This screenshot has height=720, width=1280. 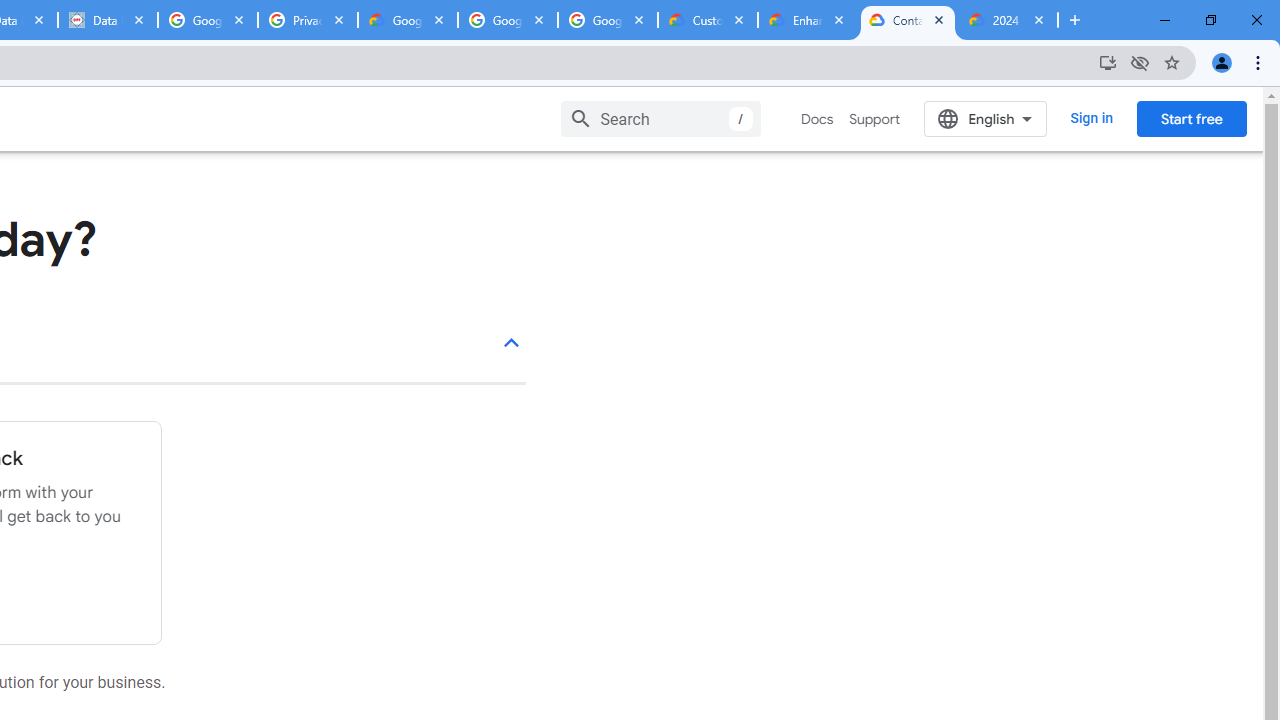 What do you see at coordinates (1106, 61) in the screenshot?
I see `'Install Google Cloud'` at bounding box center [1106, 61].